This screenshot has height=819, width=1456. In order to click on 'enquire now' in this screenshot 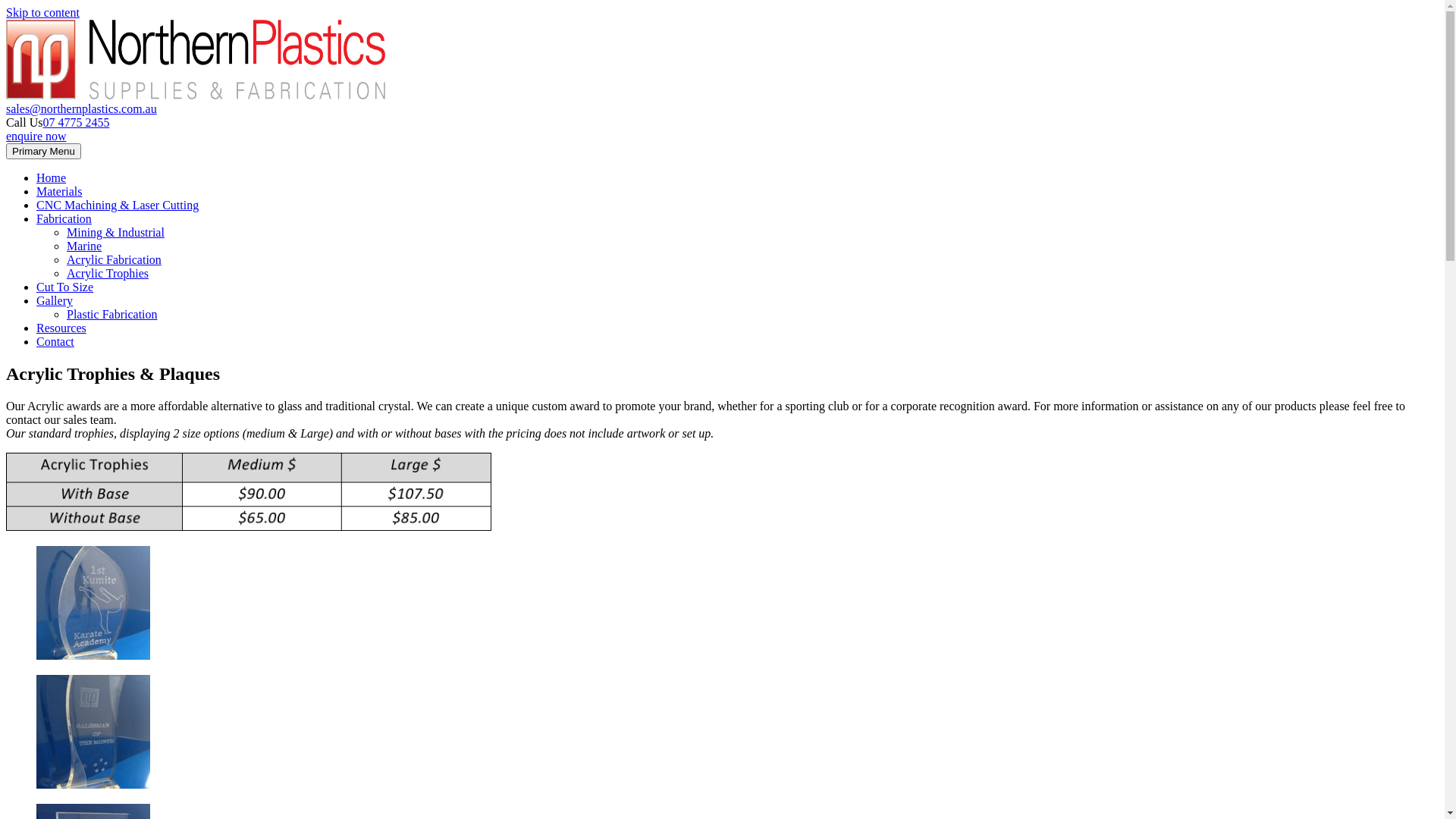, I will do `click(36, 135)`.